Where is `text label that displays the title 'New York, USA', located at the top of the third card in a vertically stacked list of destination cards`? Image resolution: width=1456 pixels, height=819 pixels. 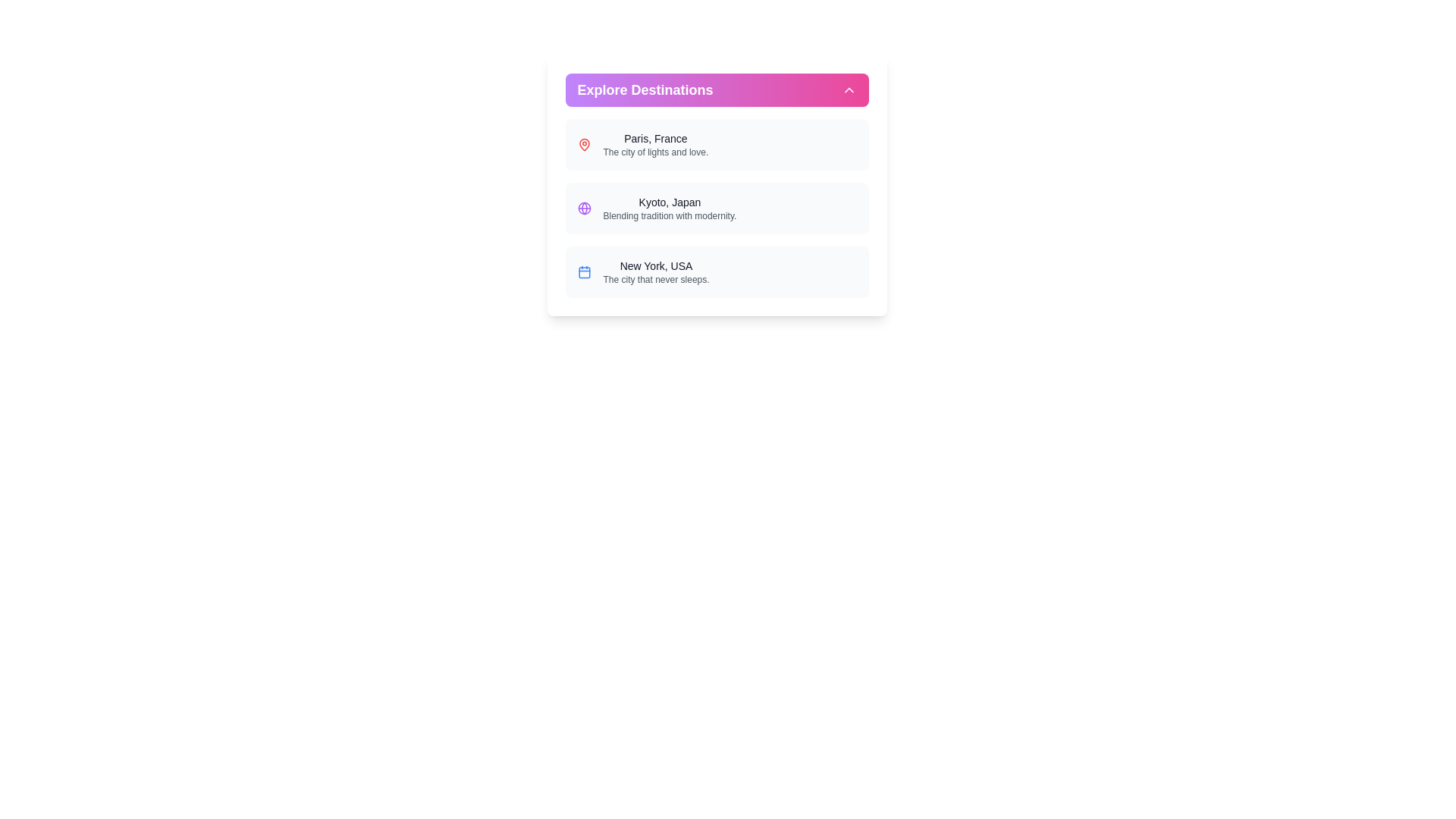 text label that displays the title 'New York, USA', located at the top of the third card in a vertically stacked list of destination cards is located at coordinates (656, 265).